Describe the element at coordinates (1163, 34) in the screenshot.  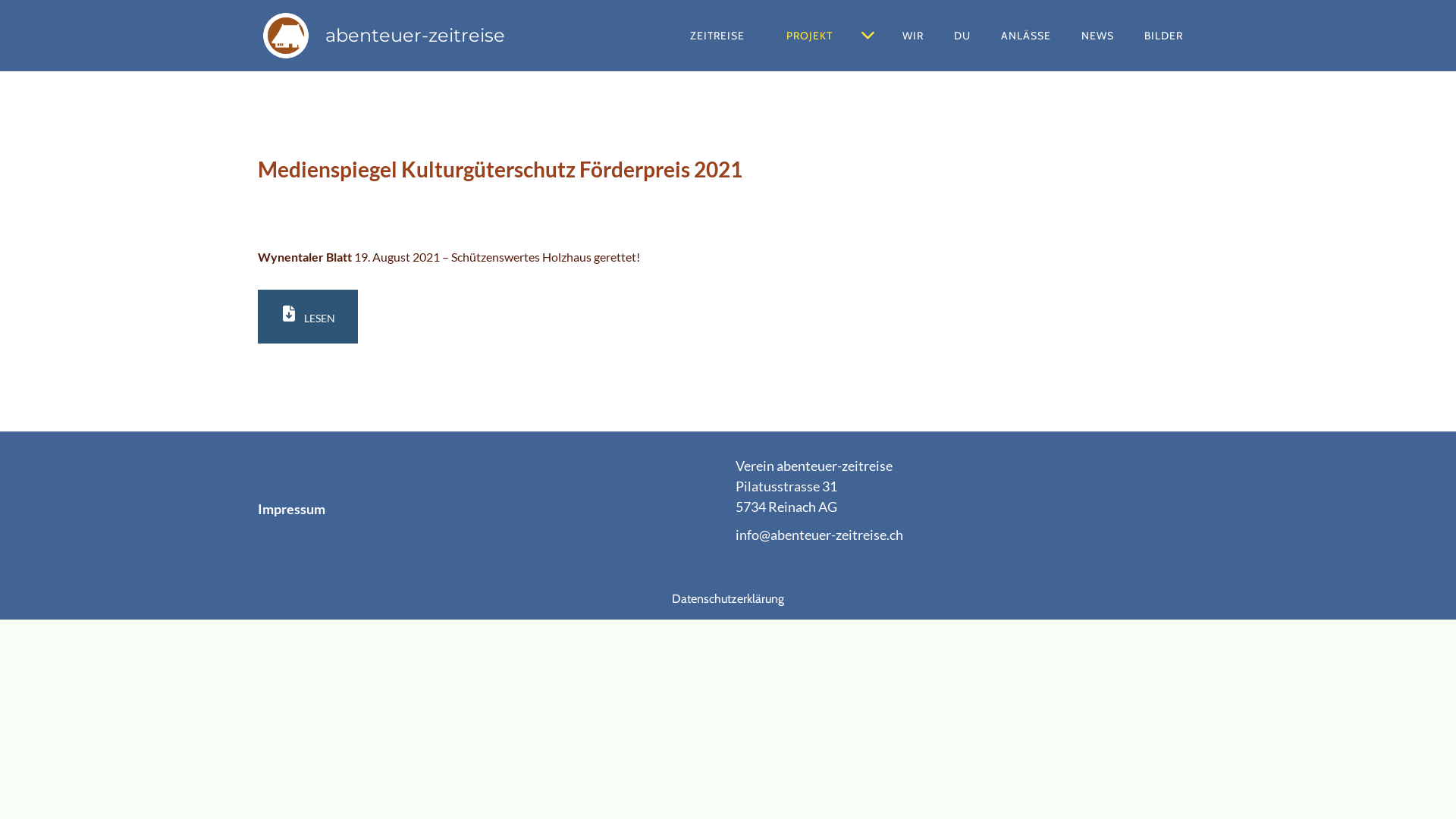
I see `'BILDER'` at that location.